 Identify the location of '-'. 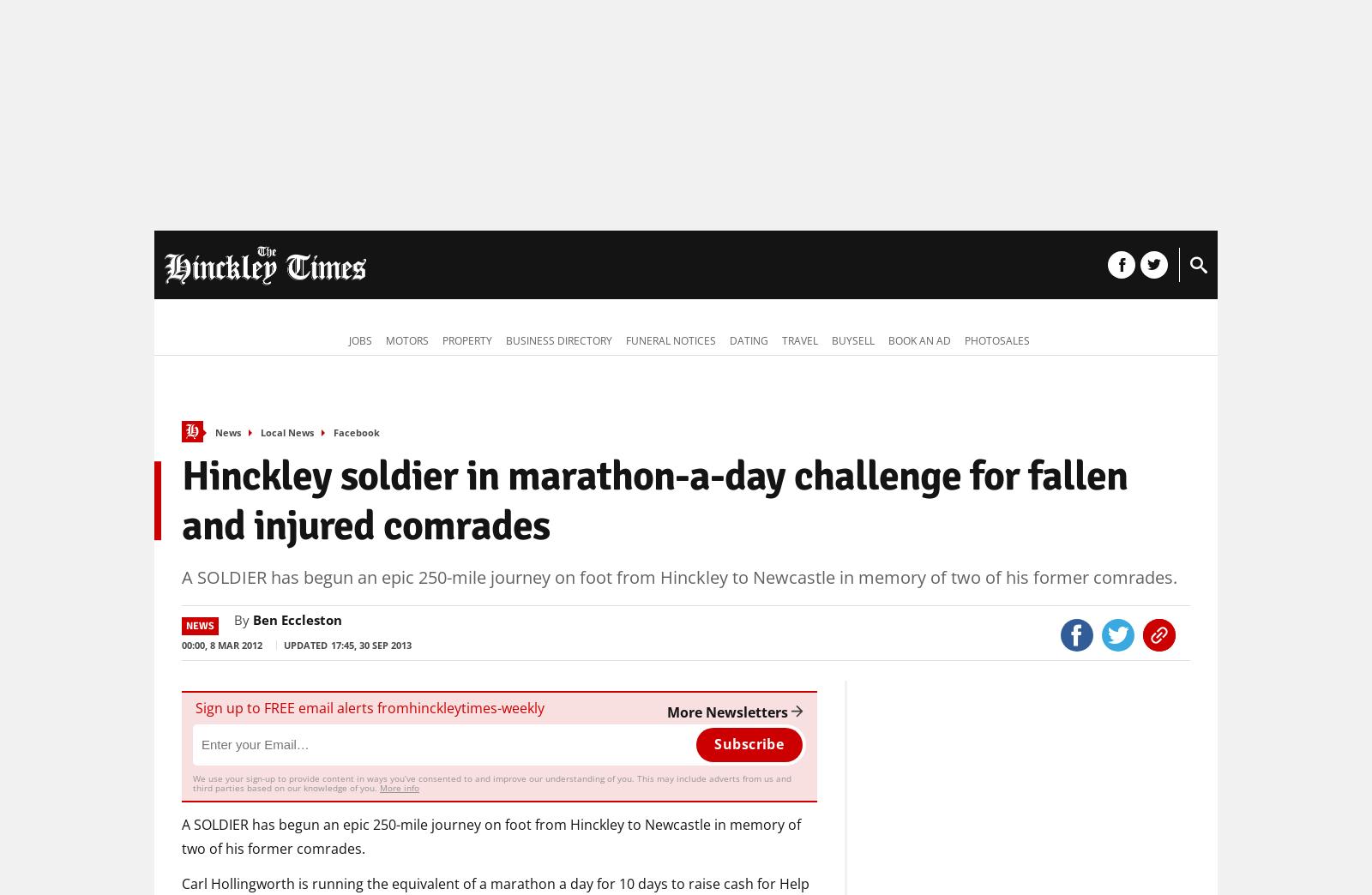
(496, 707).